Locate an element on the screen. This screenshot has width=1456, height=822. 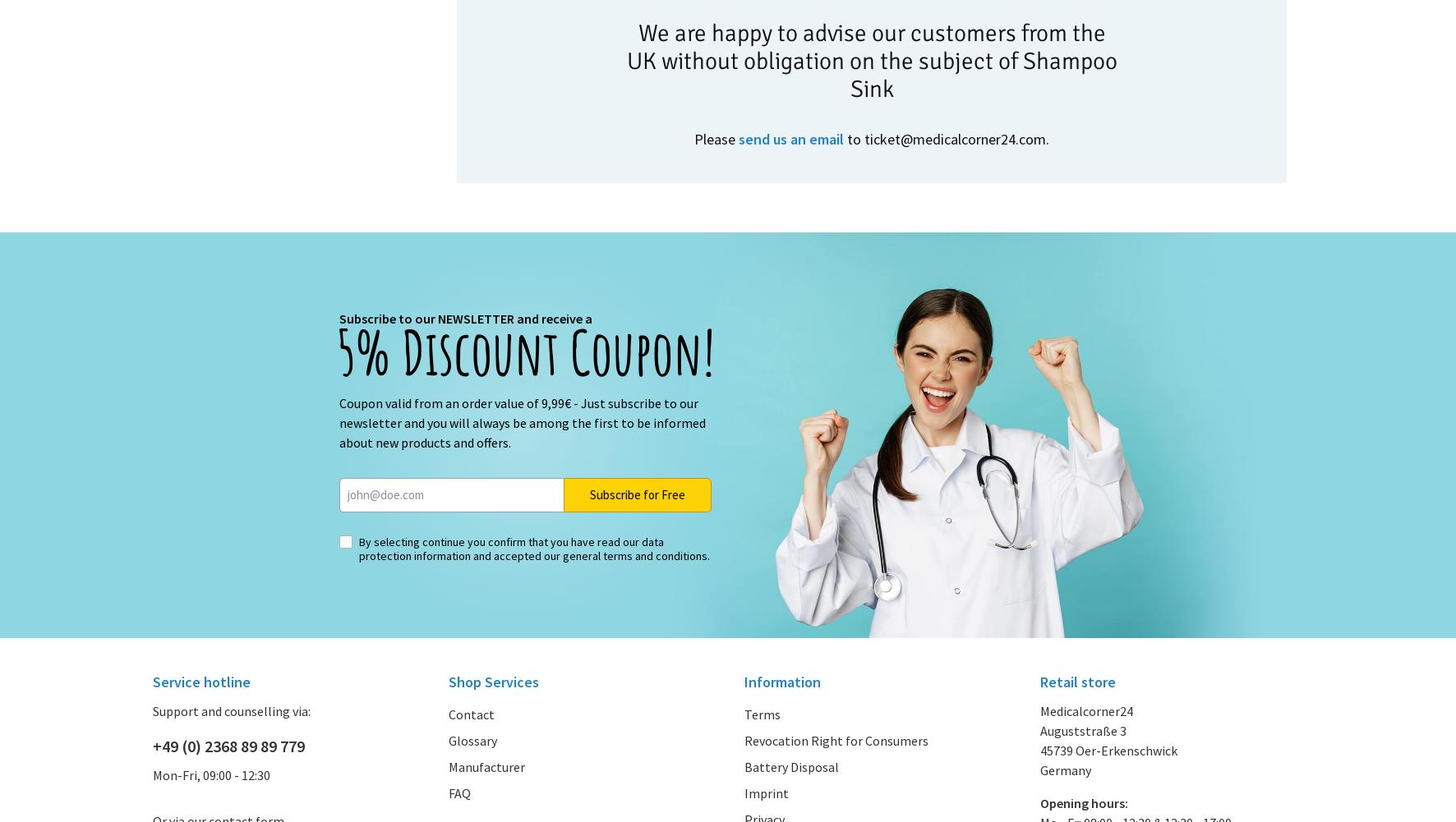
'and receive a' is located at coordinates (551, 317).